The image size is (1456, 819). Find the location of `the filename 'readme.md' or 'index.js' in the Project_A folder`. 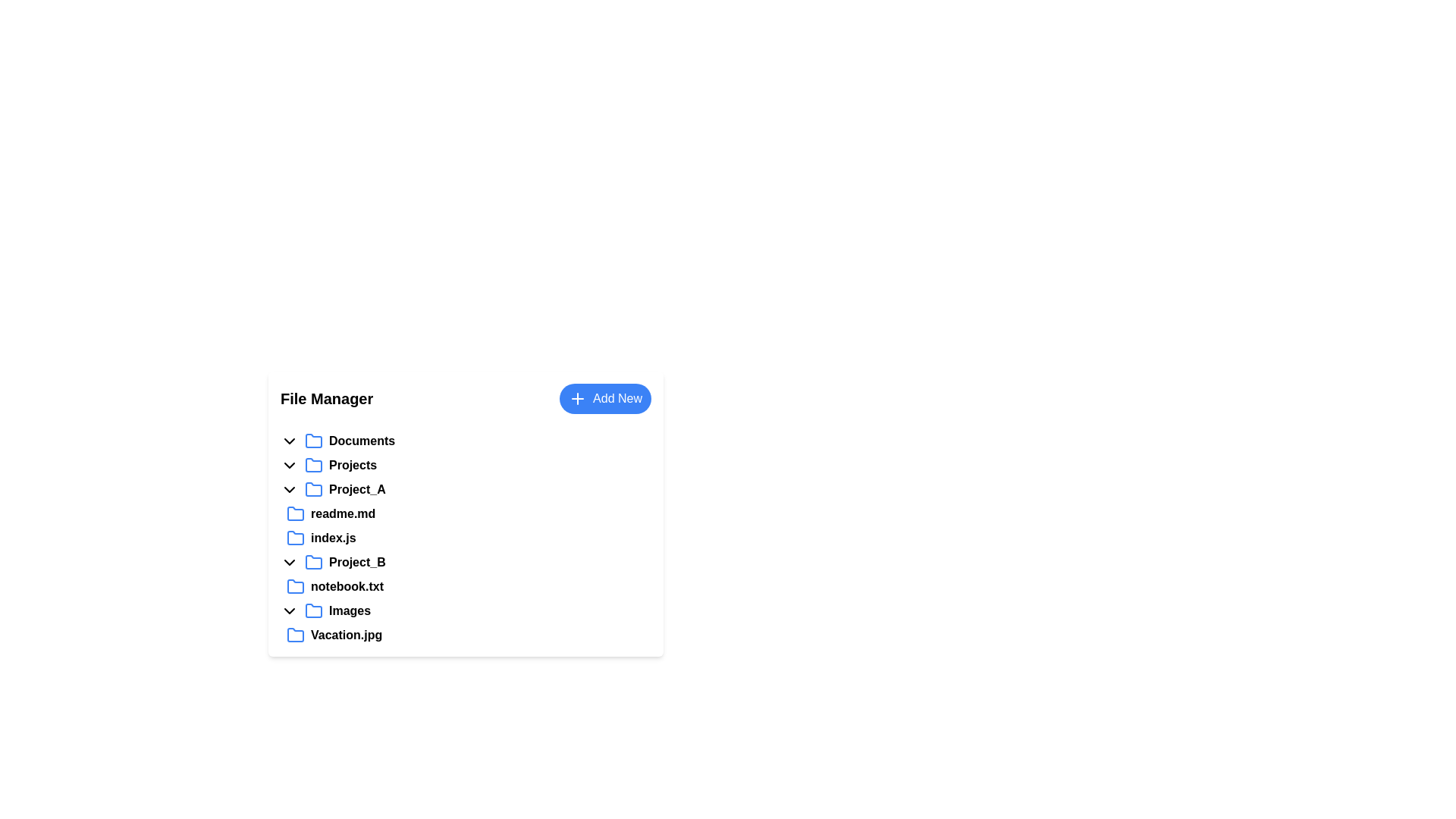

the filename 'readme.md' or 'index.js' in the Project_A folder is located at coordinates (465, 526).